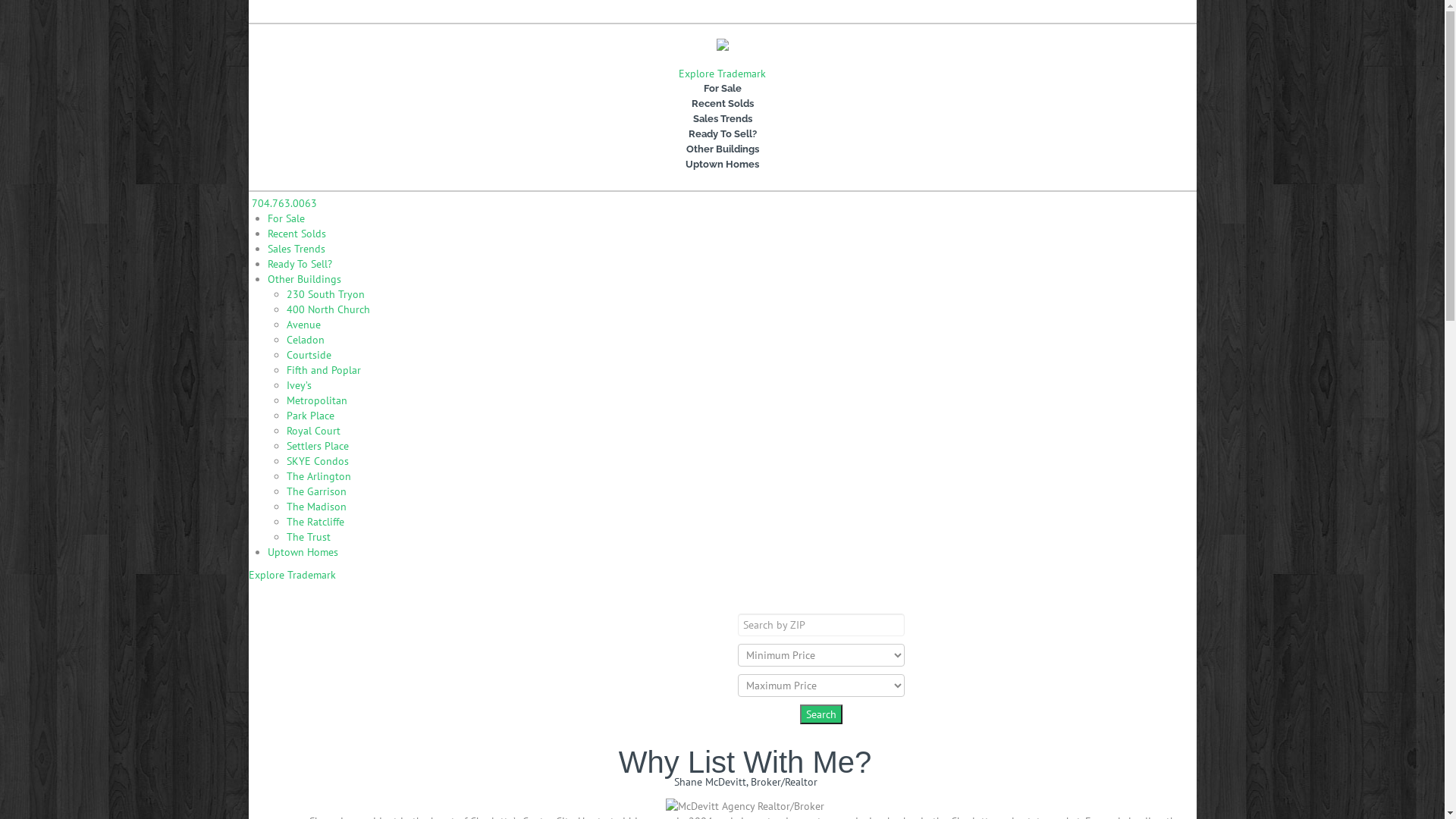 The image size is (1456, 819). Describe the element at coordinates (283, 202) in the screenshot. I see `' 704.763.0063'` at that location.